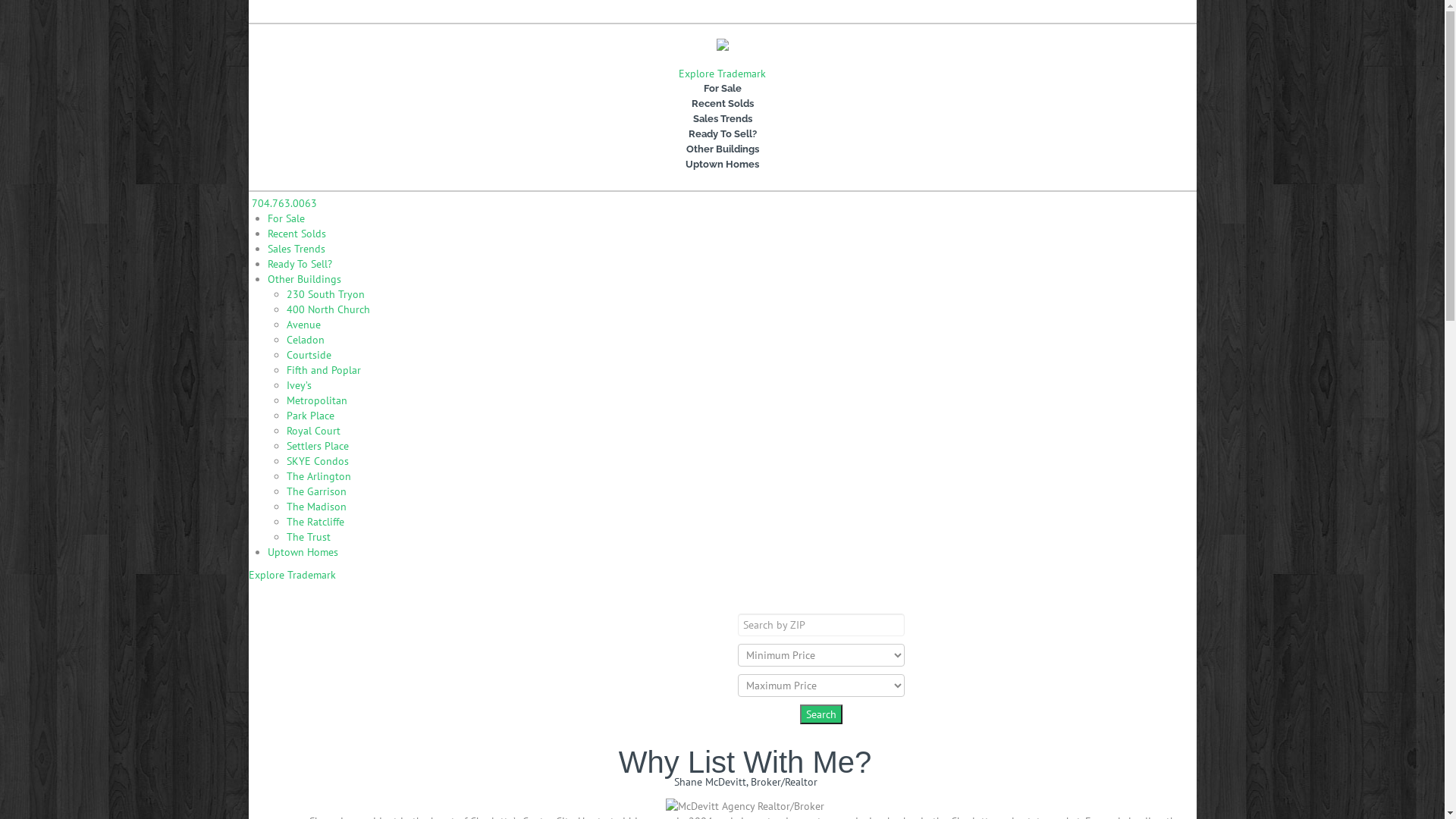 The image size is (1456, 819). Describe the element at coordinates (283, 202) in the screenshot. I see `' 704.763.0063'` at that location.